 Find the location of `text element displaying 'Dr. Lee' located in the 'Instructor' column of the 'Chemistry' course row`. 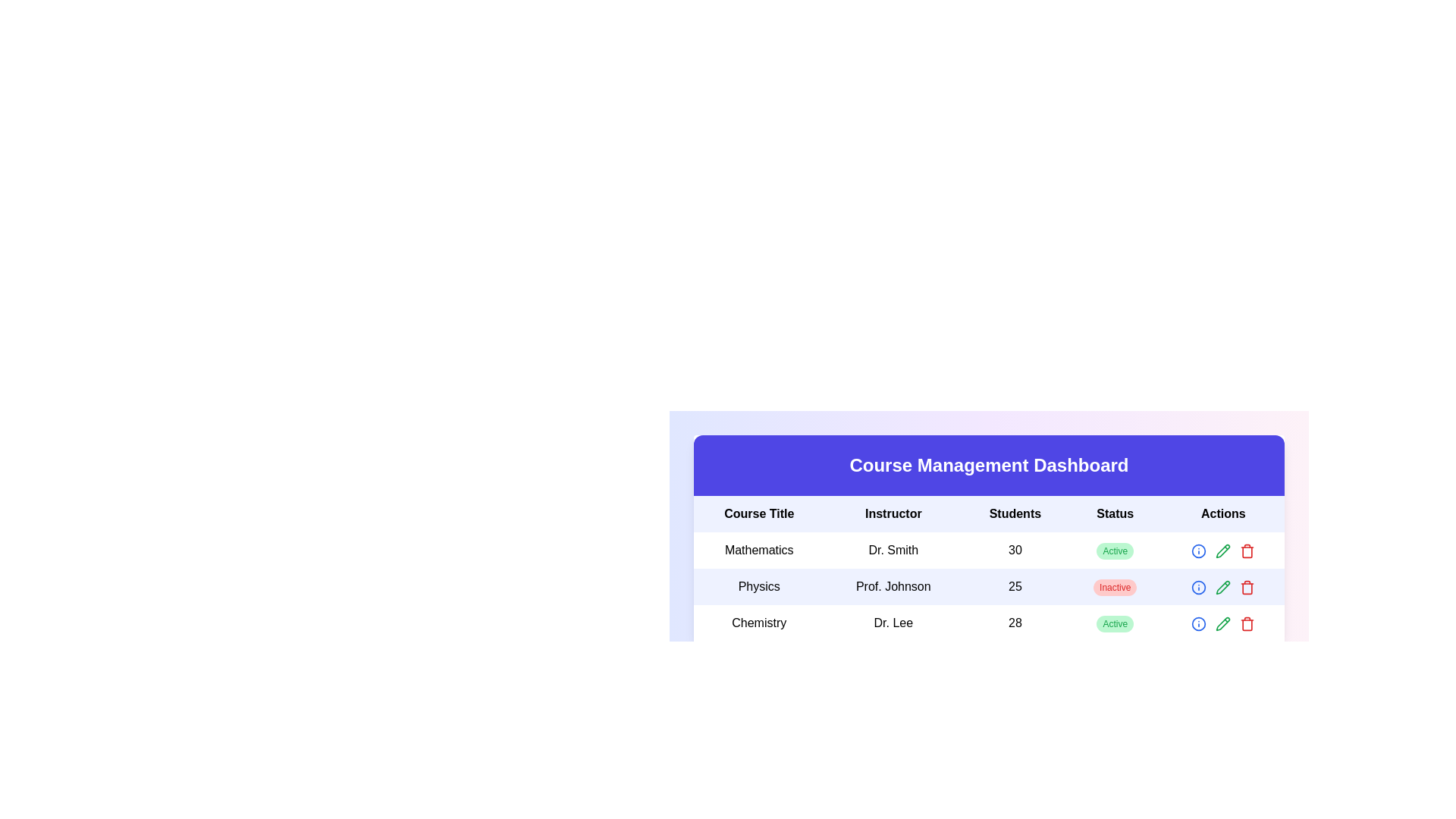

text element displaying 'Dr. Lee' located in the 'Instructor' column of the 'Chemistry' course row is located at coordinates (893, 623).